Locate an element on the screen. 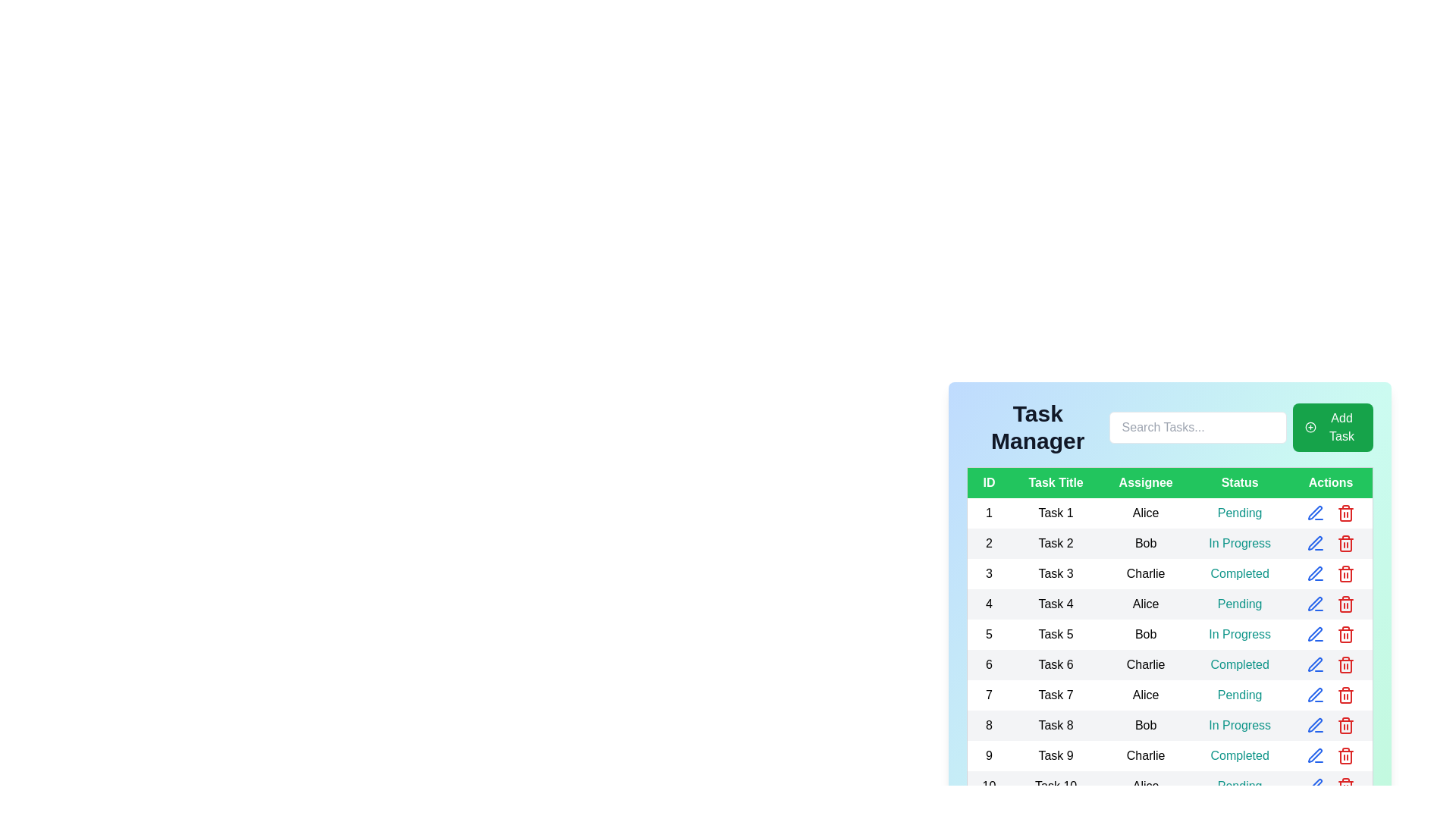 Image resolution: width=1456 pixels, height=819 pixels. the 'Add Task' button to initiate adding a new task is located at coordinates (1332, 427).